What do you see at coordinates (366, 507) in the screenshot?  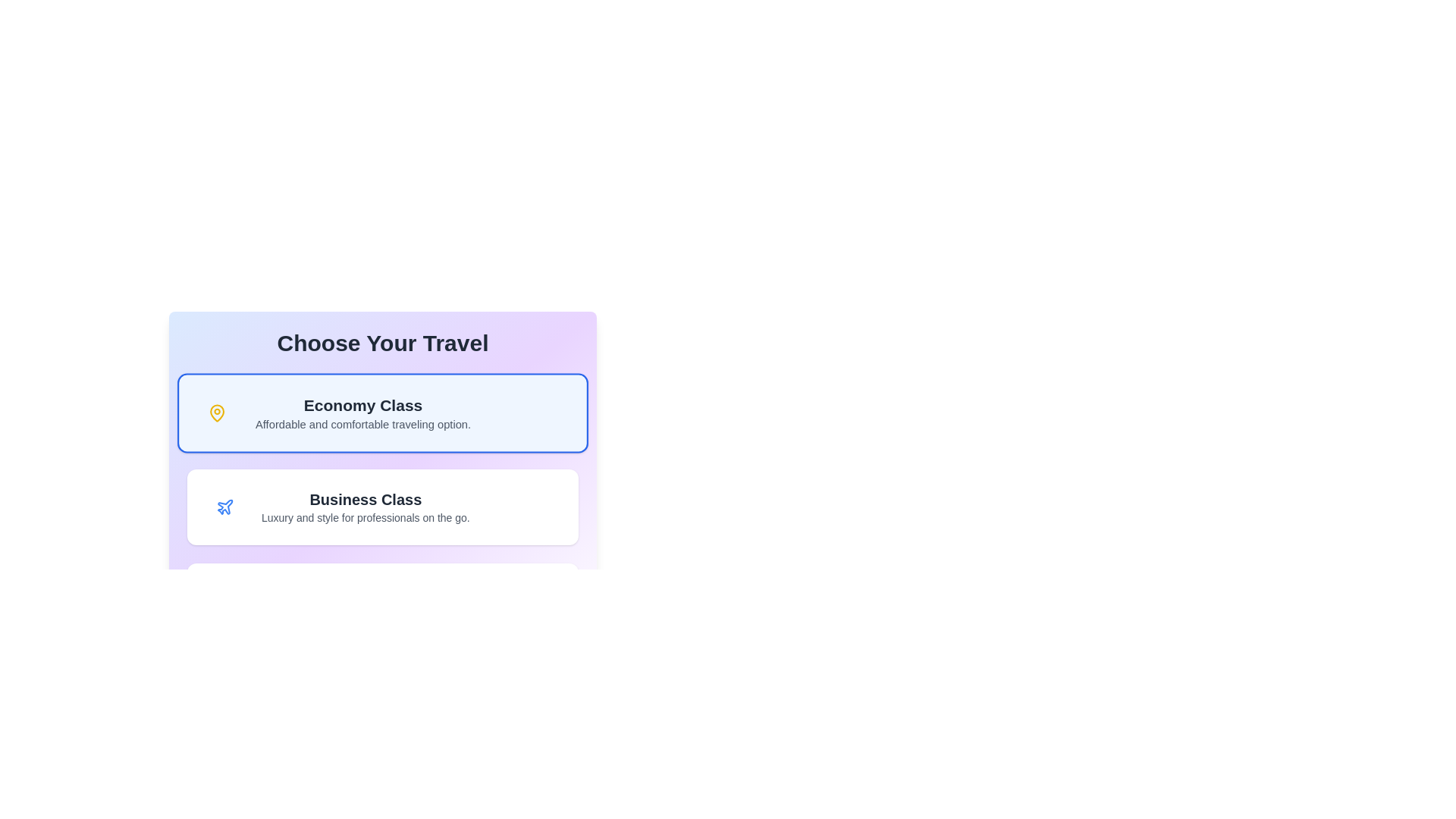 I see `the static information display that describes the 'Business Class' option, which is positioned below the 'Economy Class' section and features a title and subtitle` at bounding box center [366, 507].